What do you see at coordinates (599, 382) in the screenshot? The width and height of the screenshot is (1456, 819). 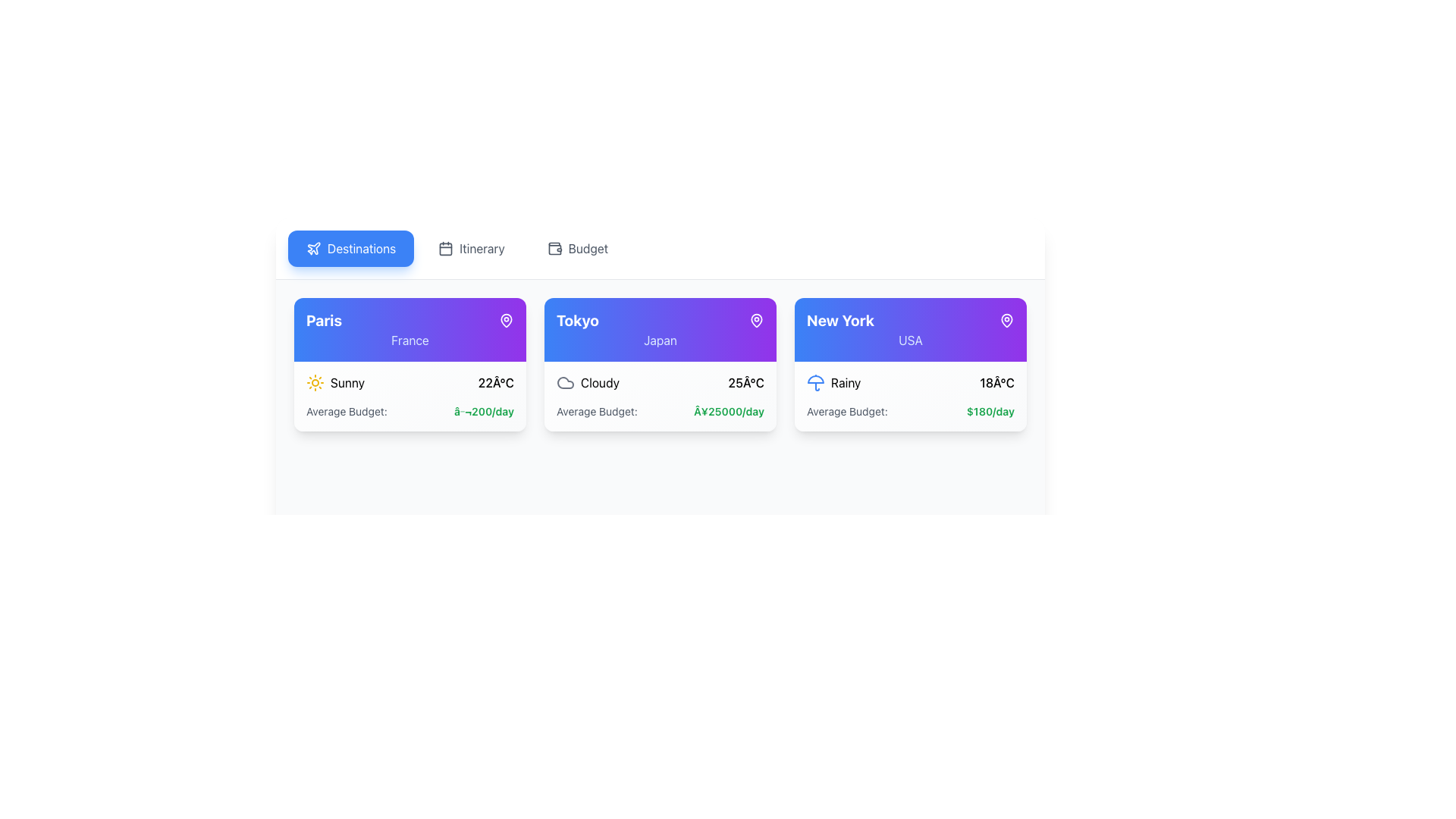 I see `the weather condition text label located in the bottom-left portion of the 'Tokyo' card, which follows a cloud icon and is immediately to its right` at bounding box center [599, 382].